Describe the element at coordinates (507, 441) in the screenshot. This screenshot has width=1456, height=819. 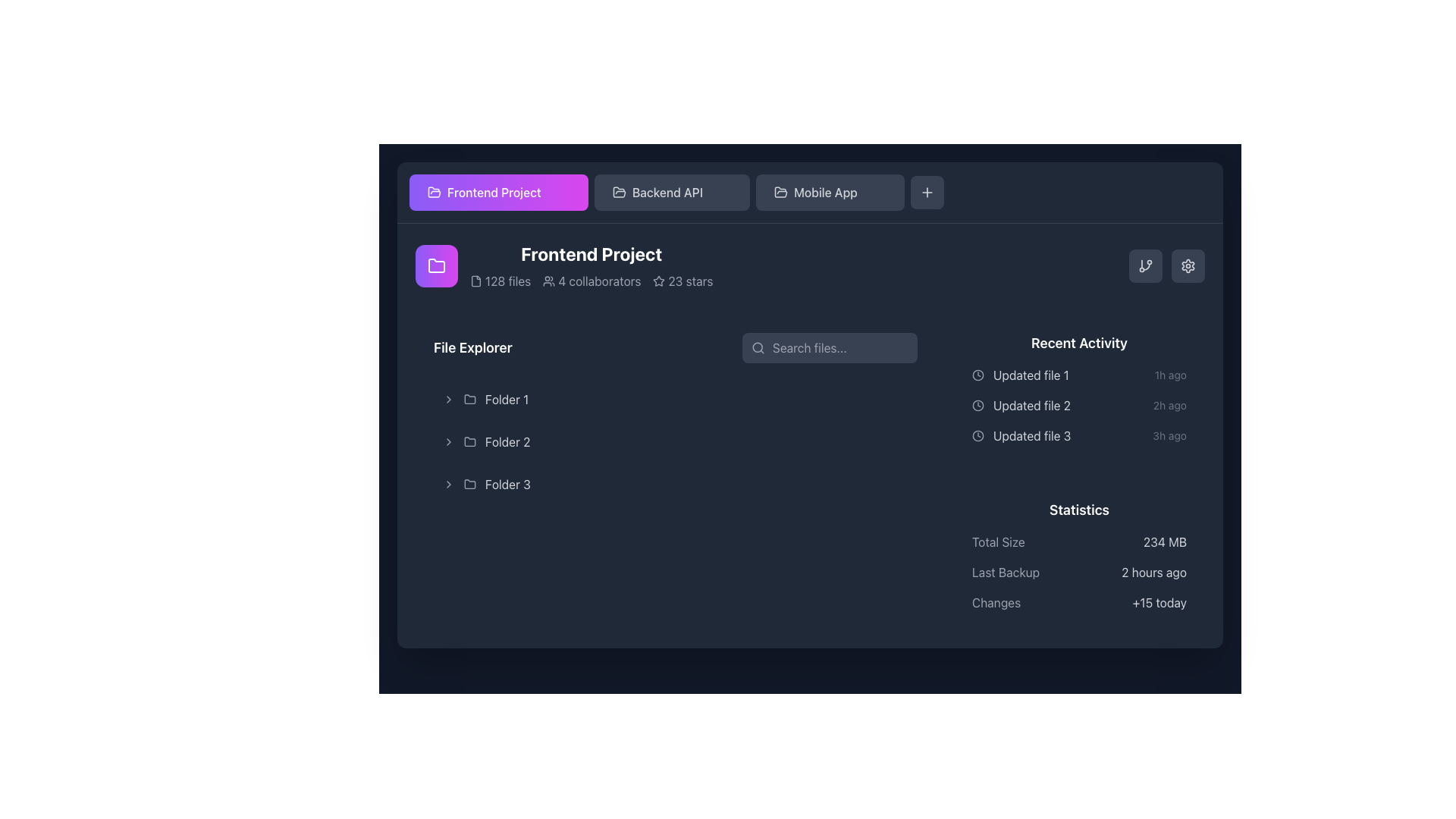
I see `the text label for the folder item in the File Explorer, which is the second item in the list` at that location.